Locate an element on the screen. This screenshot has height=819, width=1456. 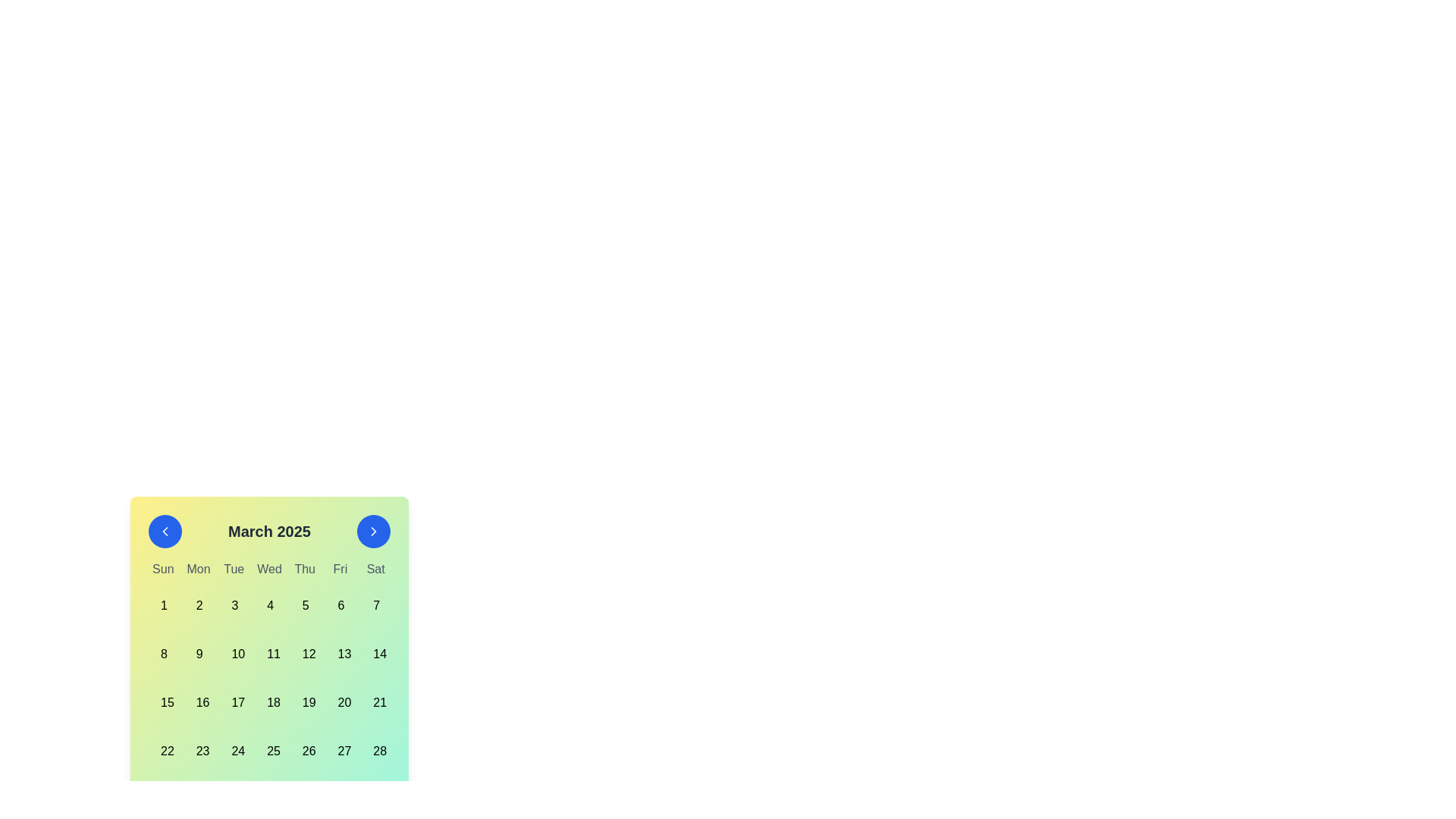
the circular blue button with a rightward-pointing arrow icon located at the rightmost edge of the header bar containing 'March 2025' is located at coordinates (374, 531).